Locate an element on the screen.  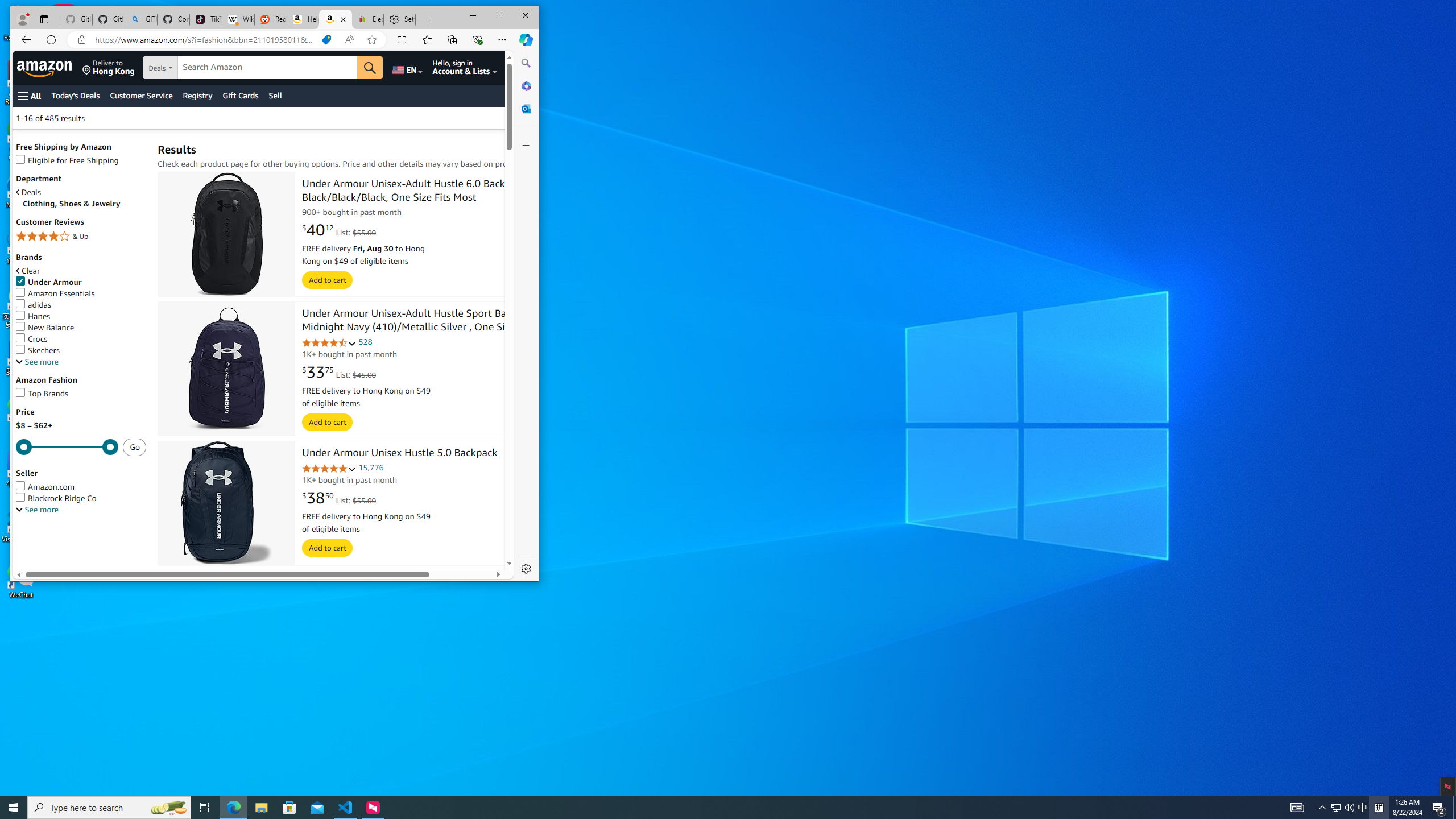
'Under Armour' is located at coordinates (48, 282).